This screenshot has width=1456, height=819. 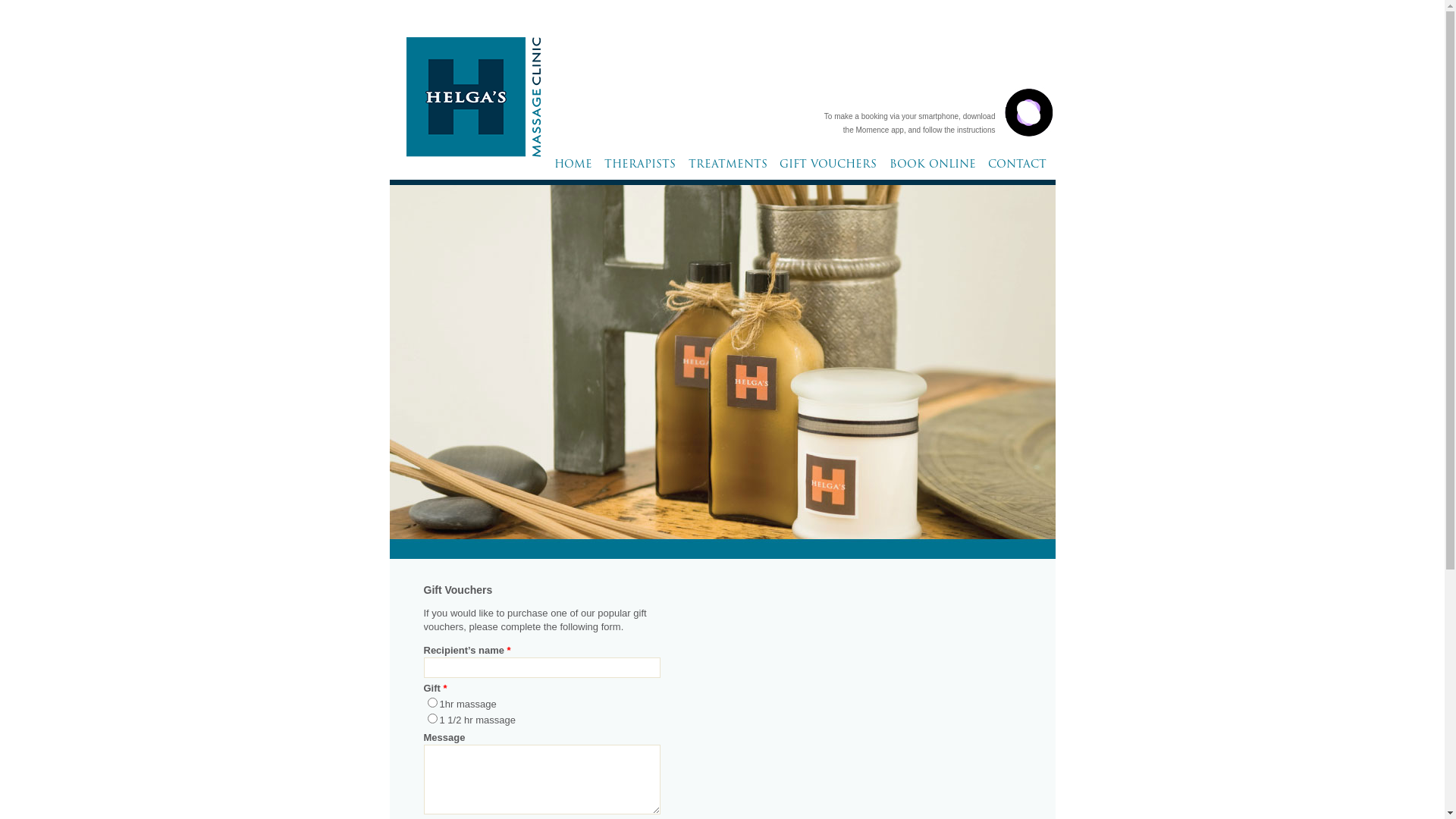 What do you see at coordinates (572, 168) in the screenshot?
I see `'HOME'` at bounding box center [572, 168].